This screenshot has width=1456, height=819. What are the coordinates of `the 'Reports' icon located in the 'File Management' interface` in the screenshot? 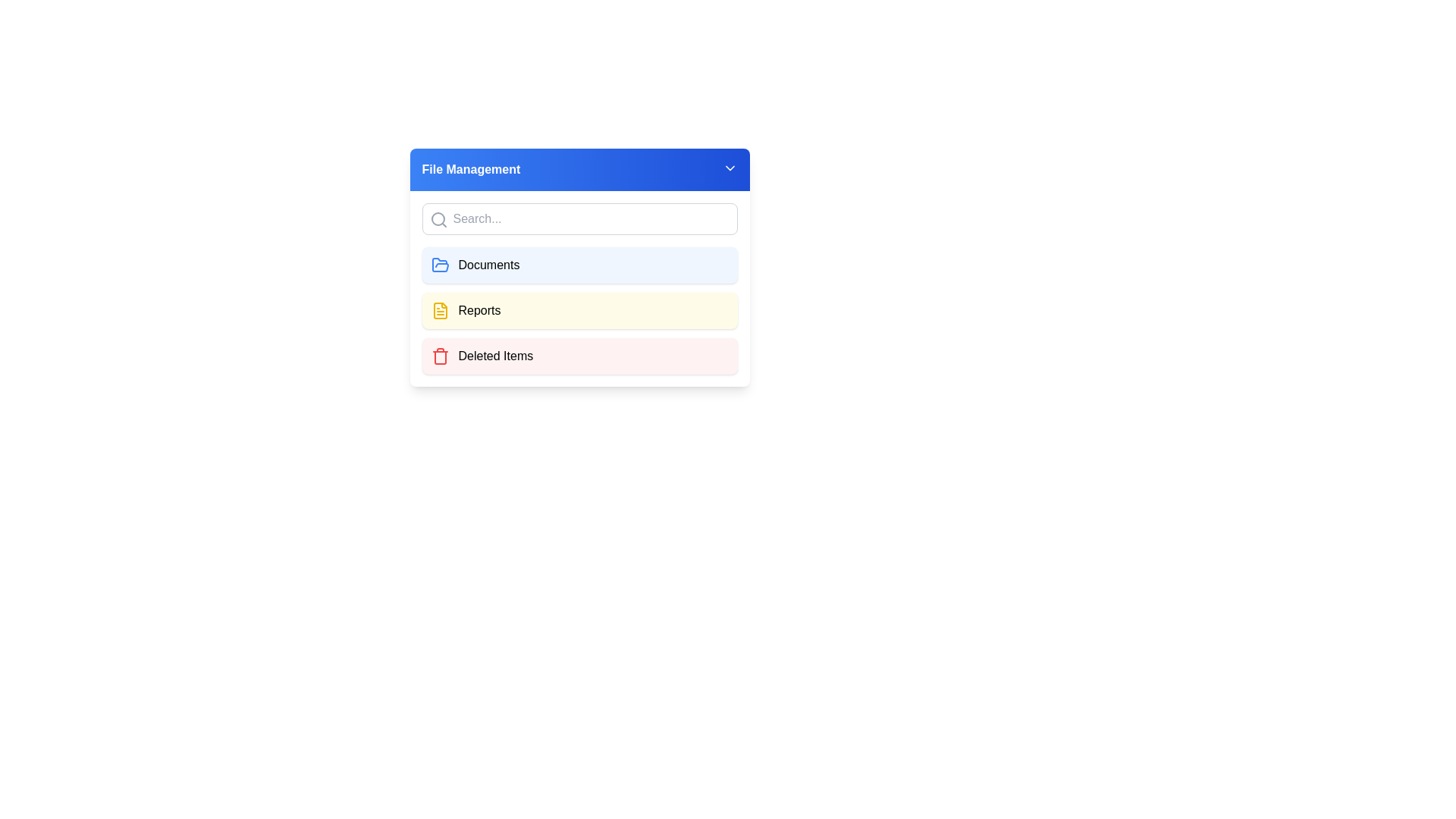 It's located at (439, 309).